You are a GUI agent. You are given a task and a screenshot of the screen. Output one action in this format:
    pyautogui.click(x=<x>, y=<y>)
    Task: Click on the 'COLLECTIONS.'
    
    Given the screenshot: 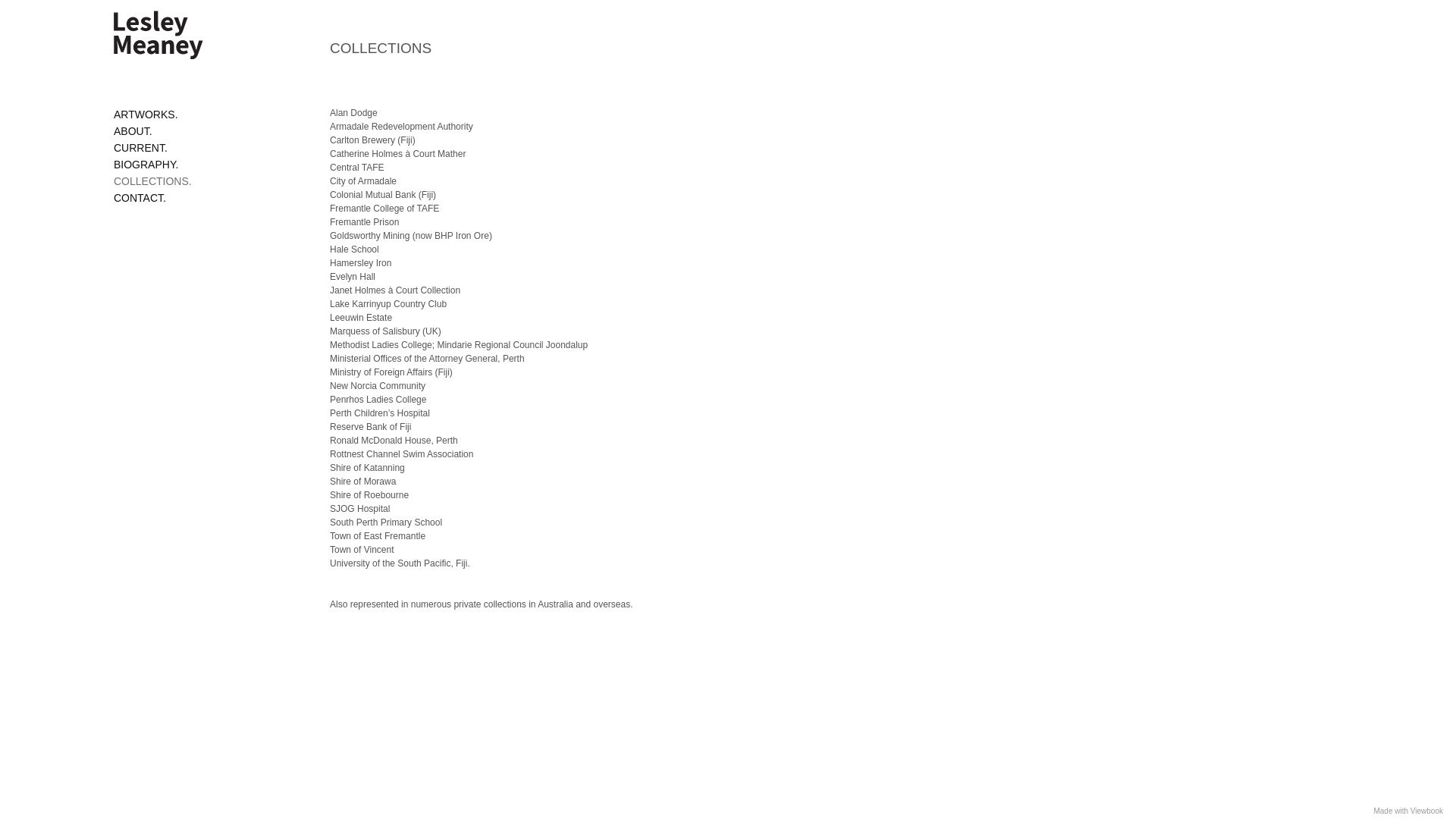 What is the action you would take?
    pyautogui.click(x=152, y=180)
    